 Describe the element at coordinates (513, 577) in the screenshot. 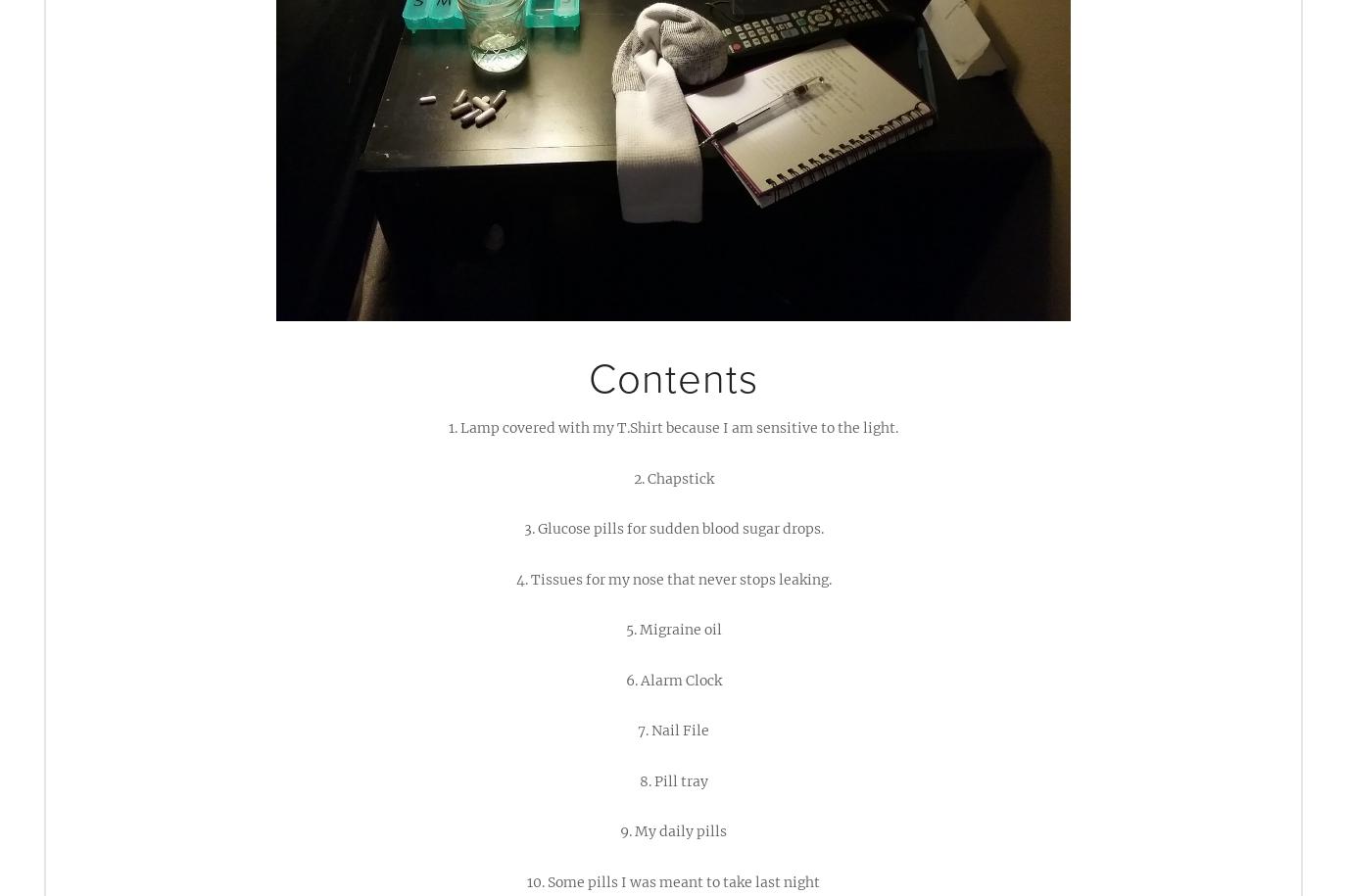

I see `'4. Tissues for my nose that never stops leaking.'` at that location.